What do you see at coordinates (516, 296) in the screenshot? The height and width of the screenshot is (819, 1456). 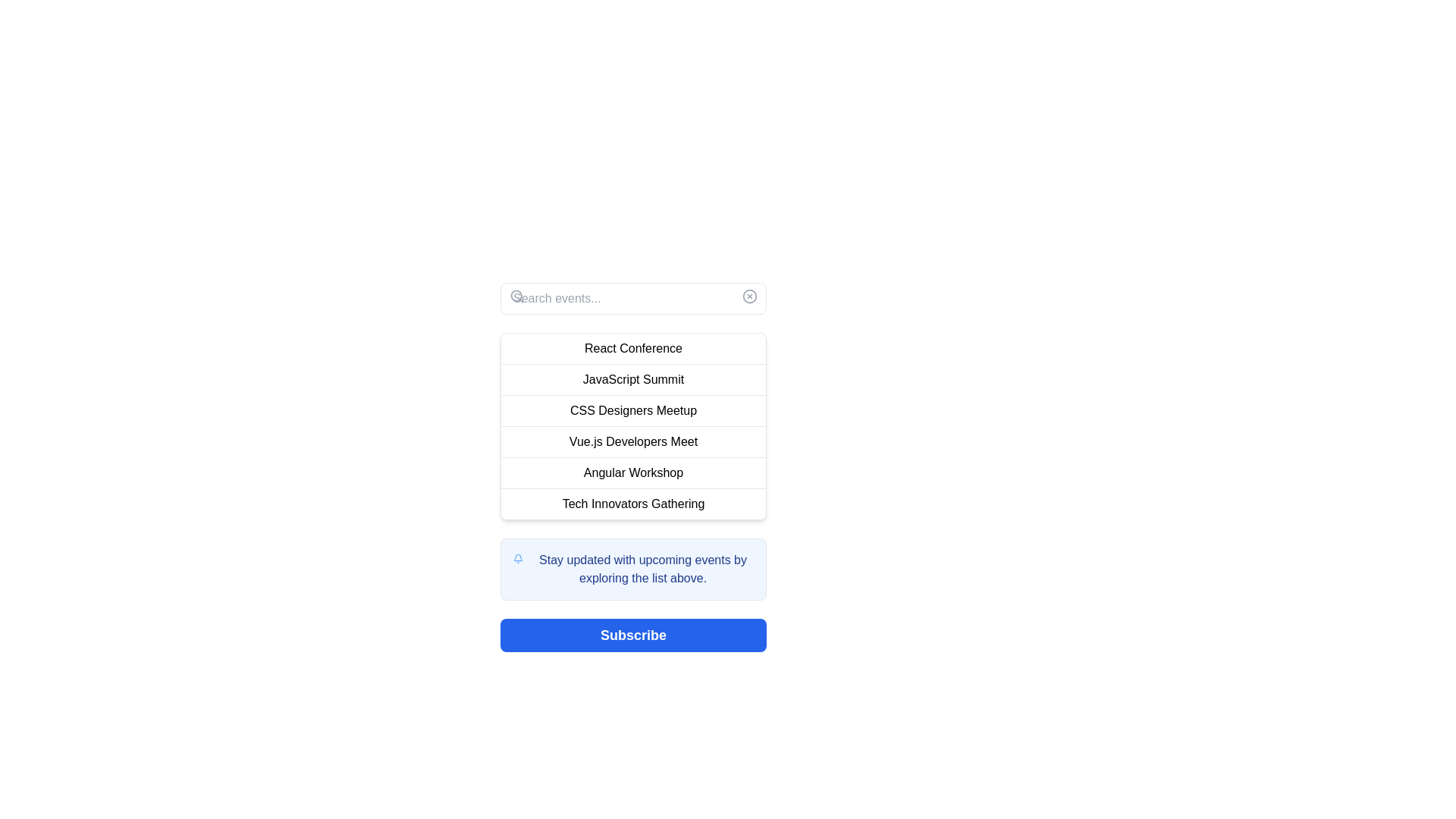 I see `the circular part of the search icon located on the left side of the search bar at the top-center of the layout` at bounding box center [516, 296].